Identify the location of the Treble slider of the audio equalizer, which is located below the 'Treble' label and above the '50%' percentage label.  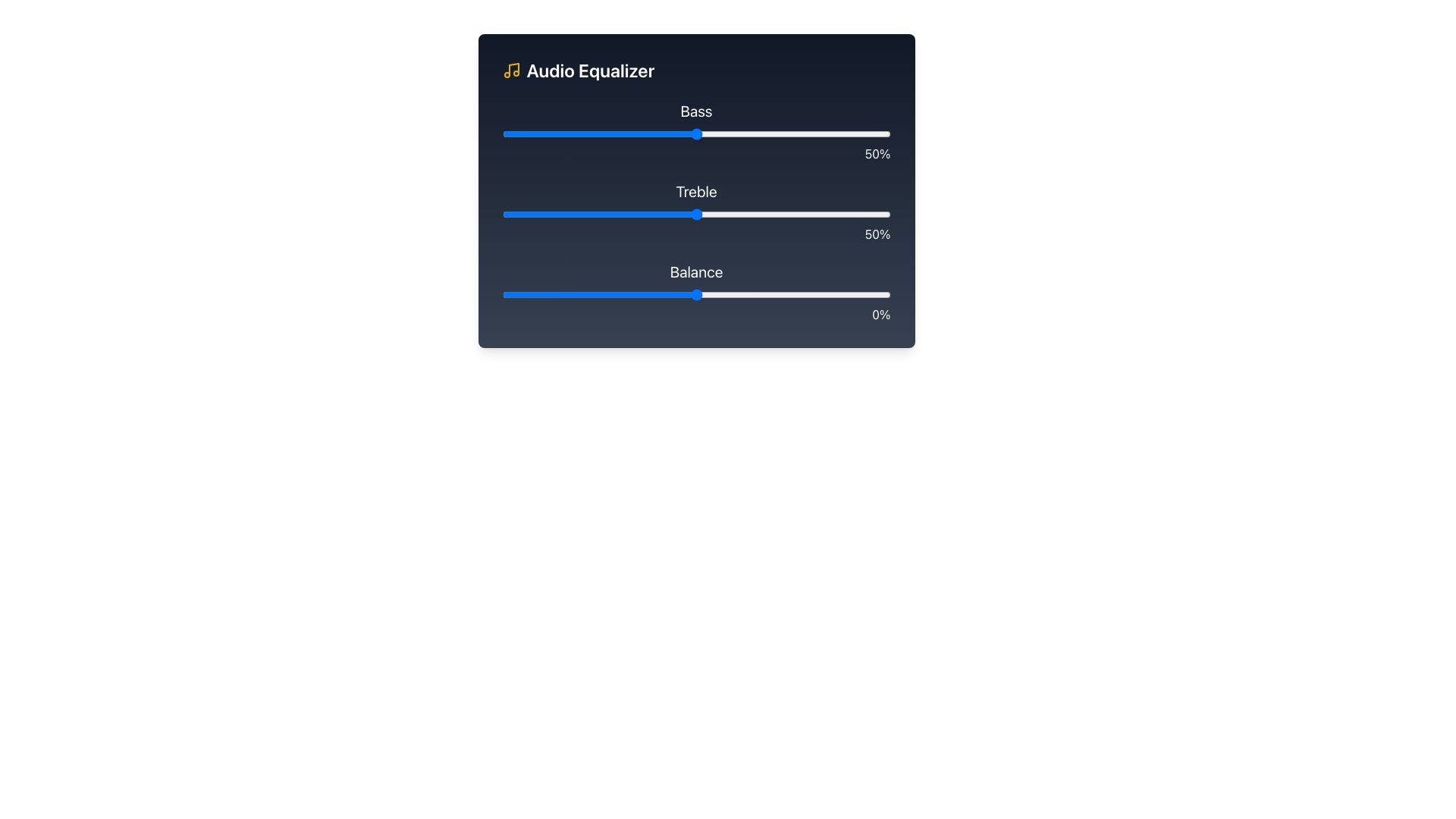
(695, 214).